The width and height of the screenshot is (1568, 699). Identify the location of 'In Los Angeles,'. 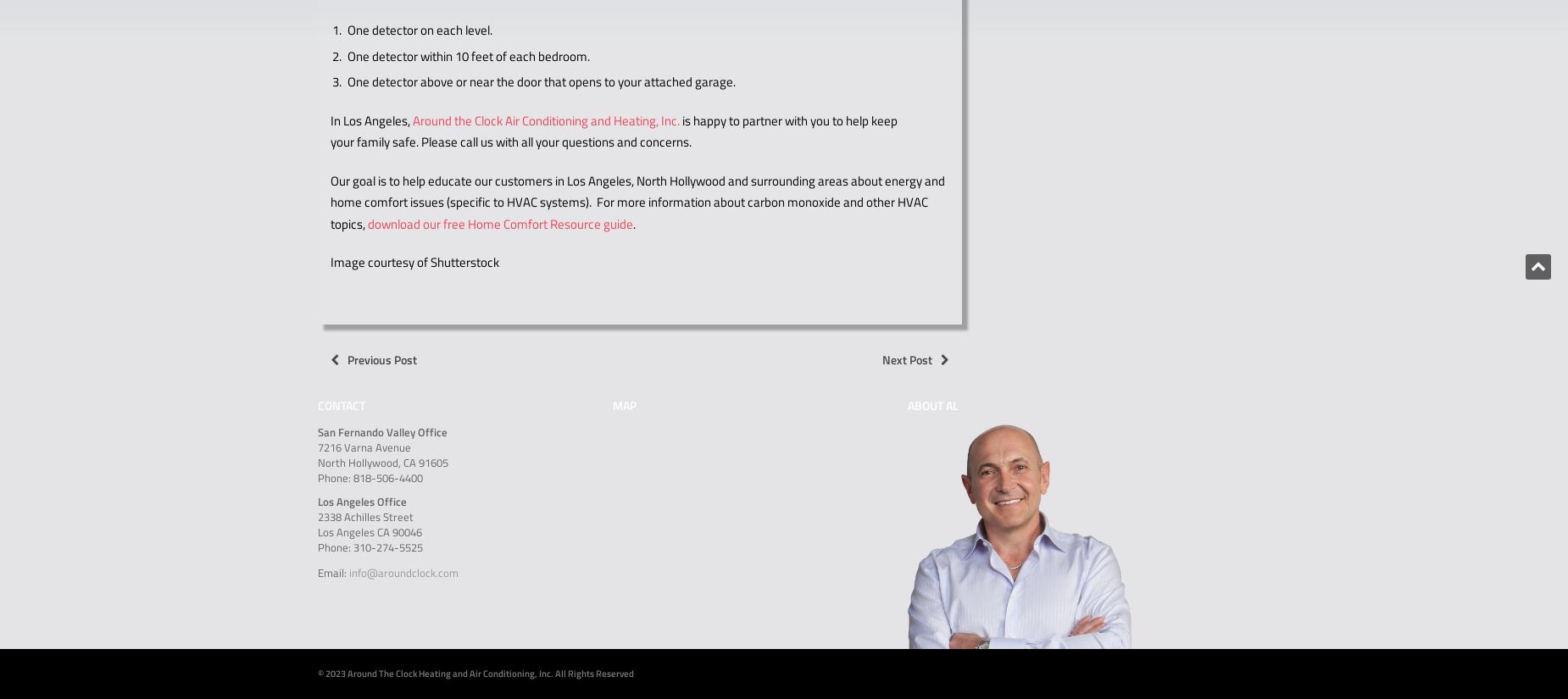
(370, 119).